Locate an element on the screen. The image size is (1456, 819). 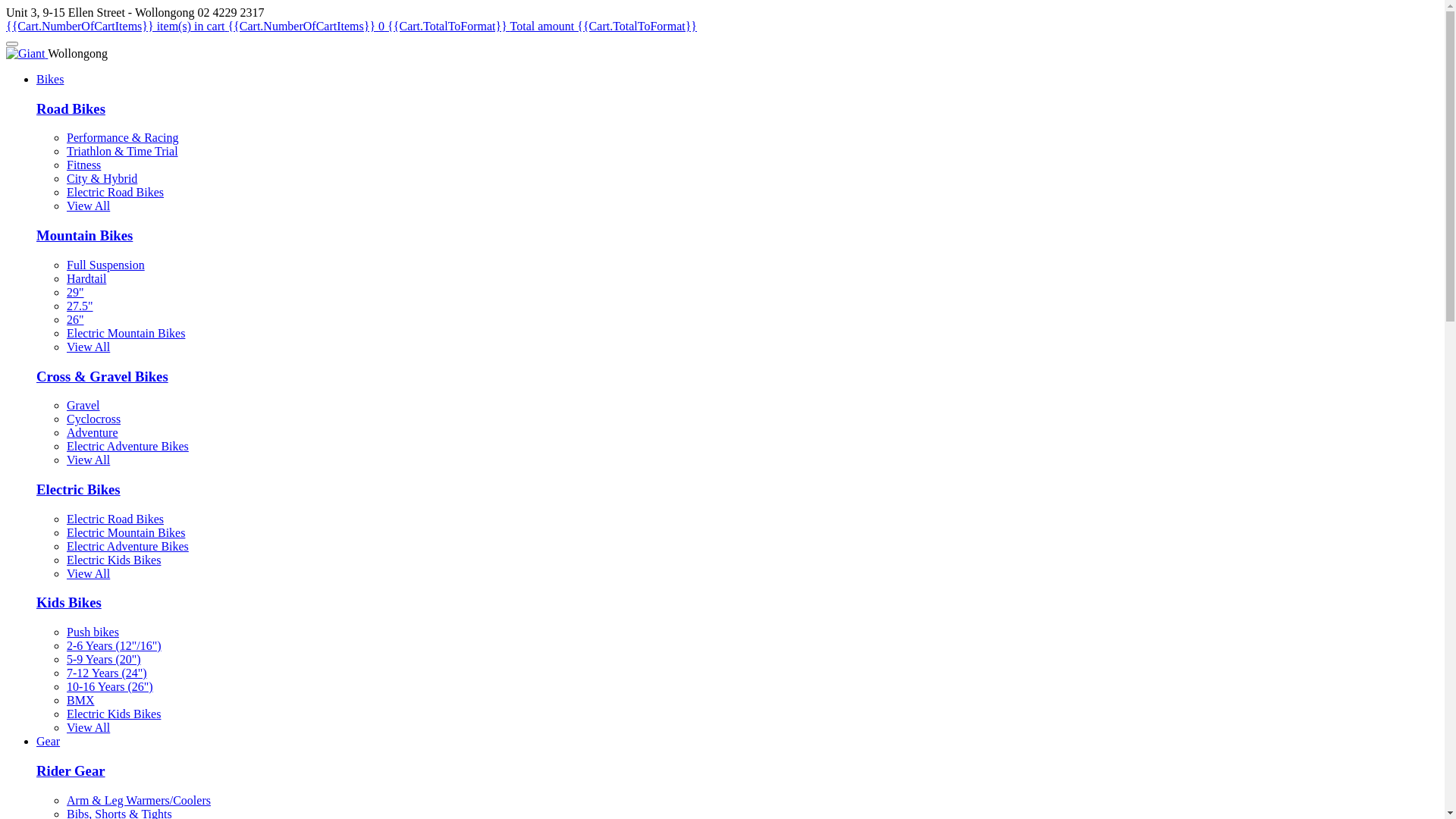
'Performance & Racing' is located at coordinates (123, 137).